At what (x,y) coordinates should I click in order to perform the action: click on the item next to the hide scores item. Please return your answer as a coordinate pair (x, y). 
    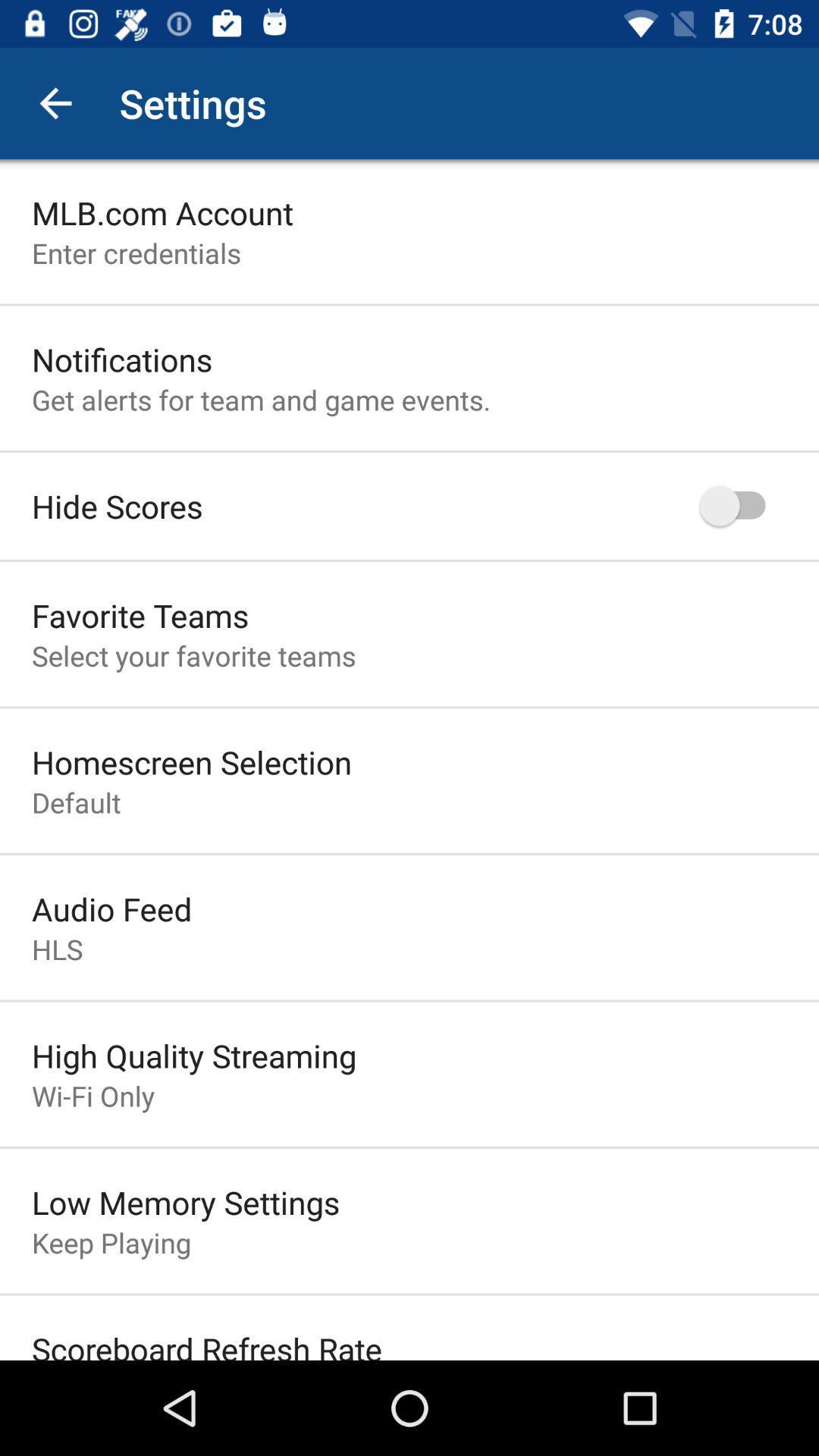
    Looking at the image, I should click on (739, 506).